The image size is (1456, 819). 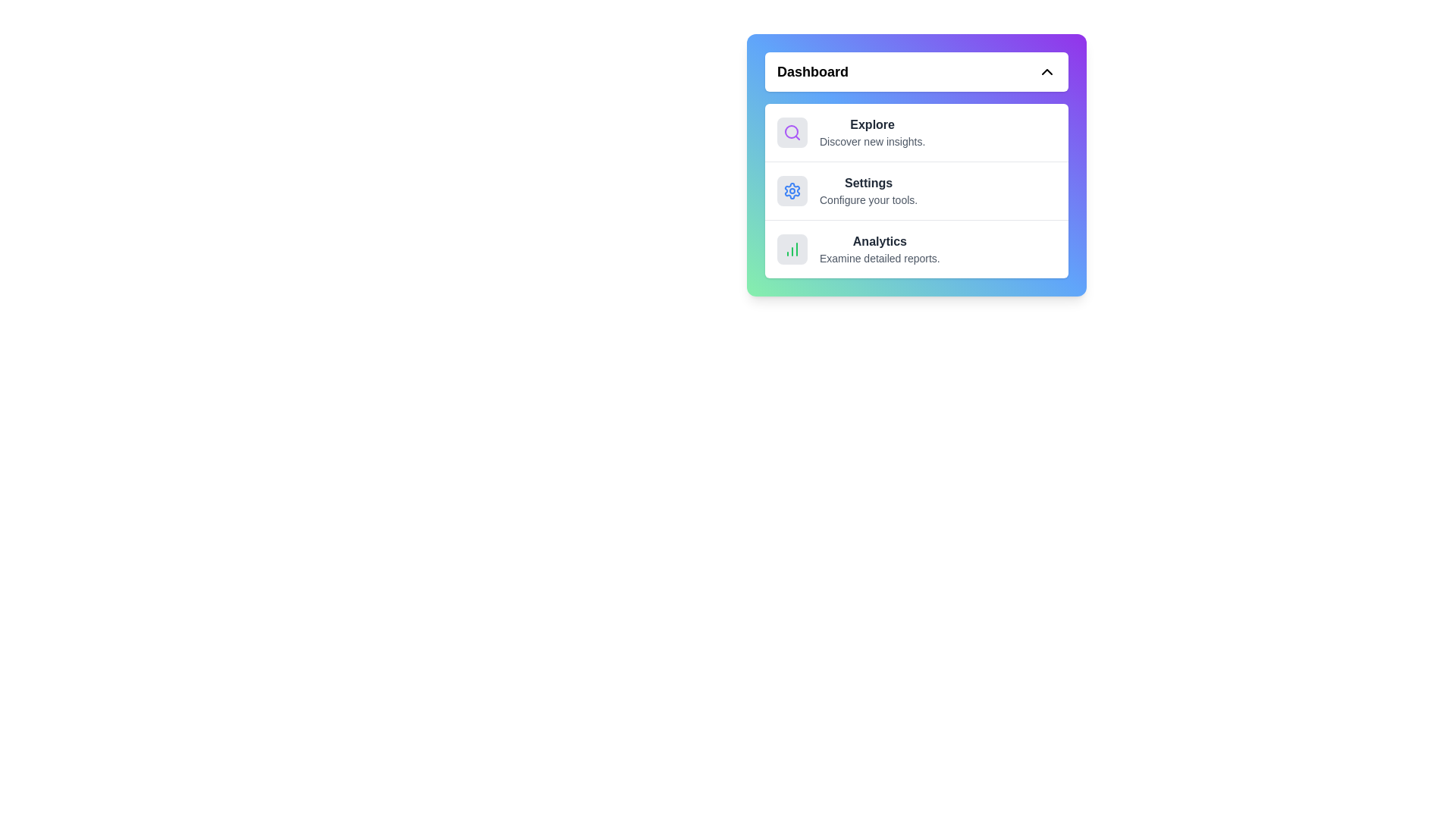 I want to click on the icon corresponding to the menu item Settings, so click(x=792, y=190).